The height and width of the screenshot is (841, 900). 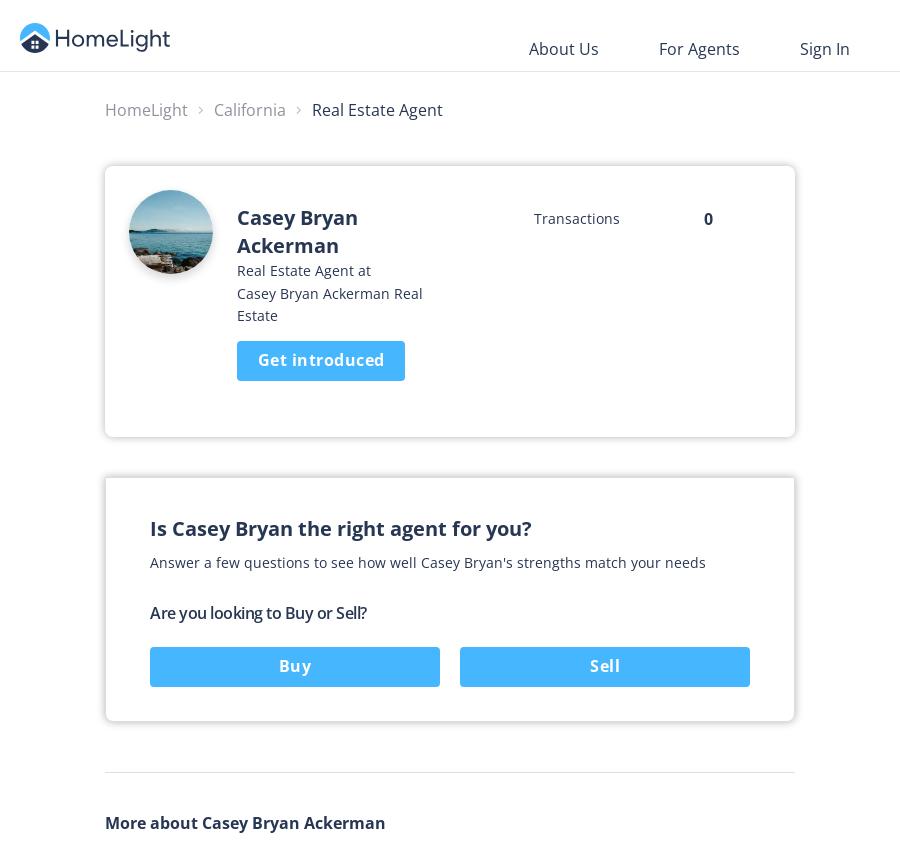 I want to click on 'Get introduced', so click(x=319, y=359).